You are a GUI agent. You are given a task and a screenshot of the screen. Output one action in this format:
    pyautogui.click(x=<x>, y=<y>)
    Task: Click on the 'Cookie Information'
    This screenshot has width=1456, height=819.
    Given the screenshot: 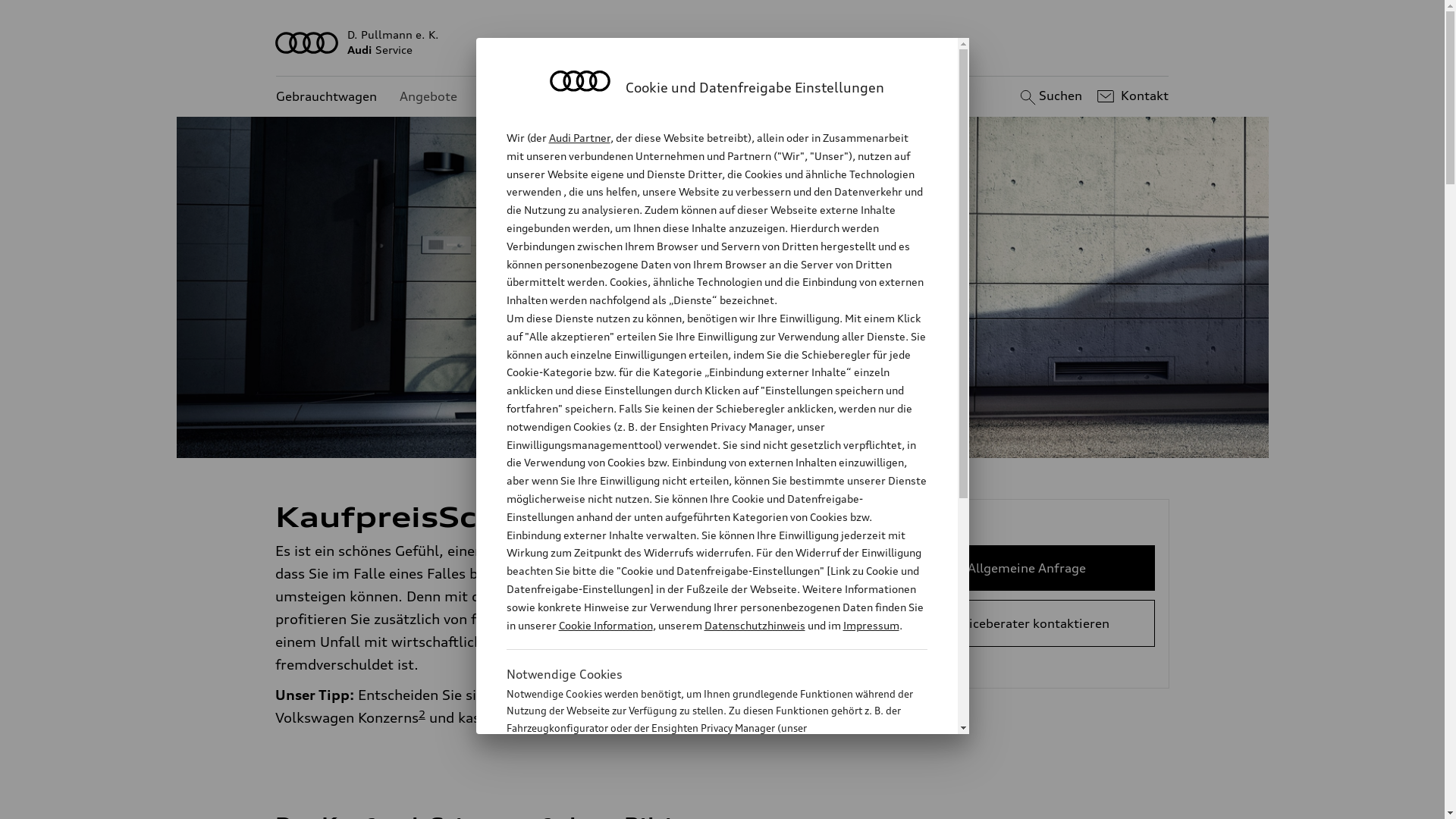 What is the action you would take?
    pyautogui.click(x=604, y=625)
    